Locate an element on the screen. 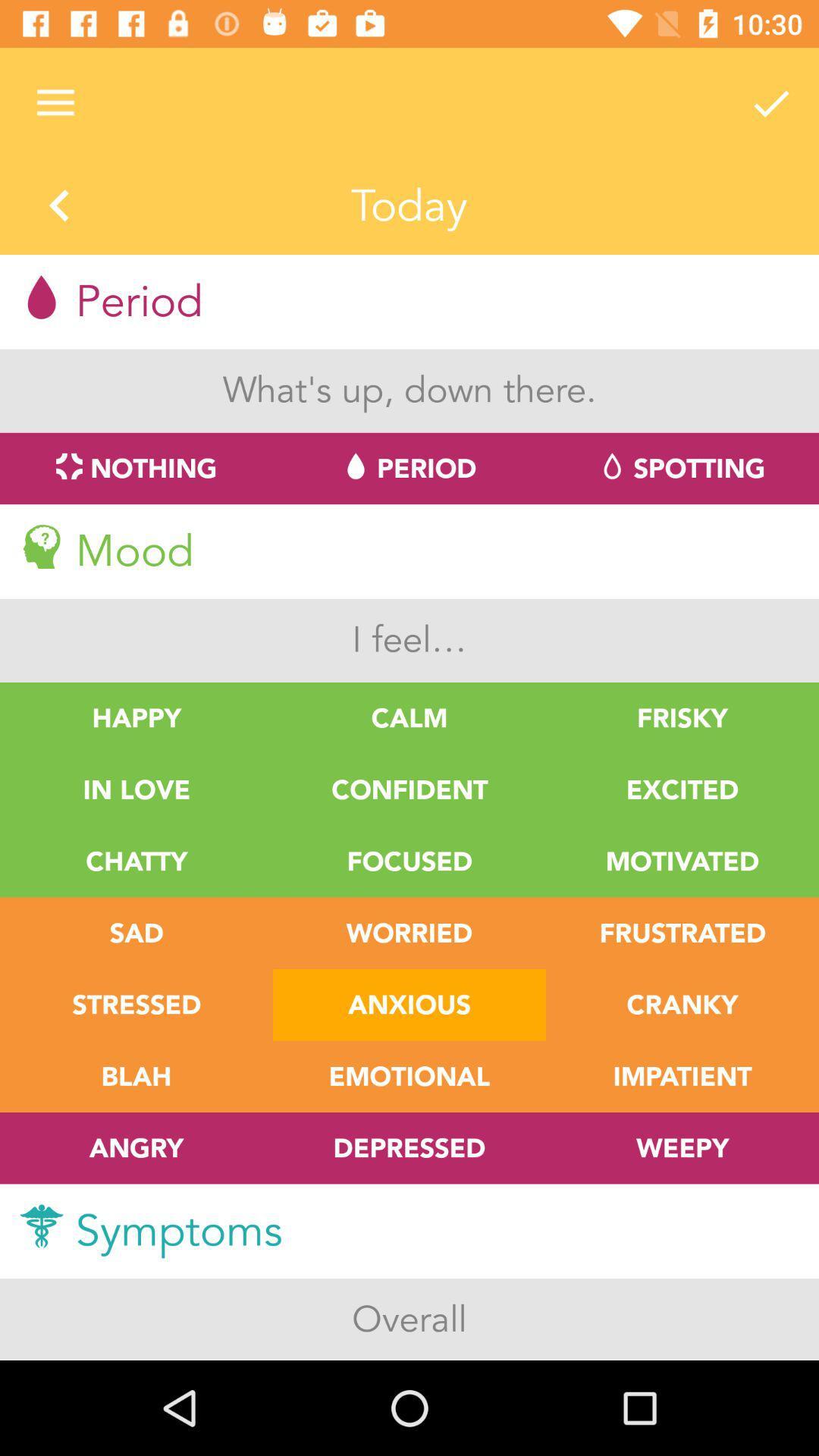 Image resolution: width=819 pixels, height=1456 pixels. the text today on the web page is located at coordinates (409, 206).